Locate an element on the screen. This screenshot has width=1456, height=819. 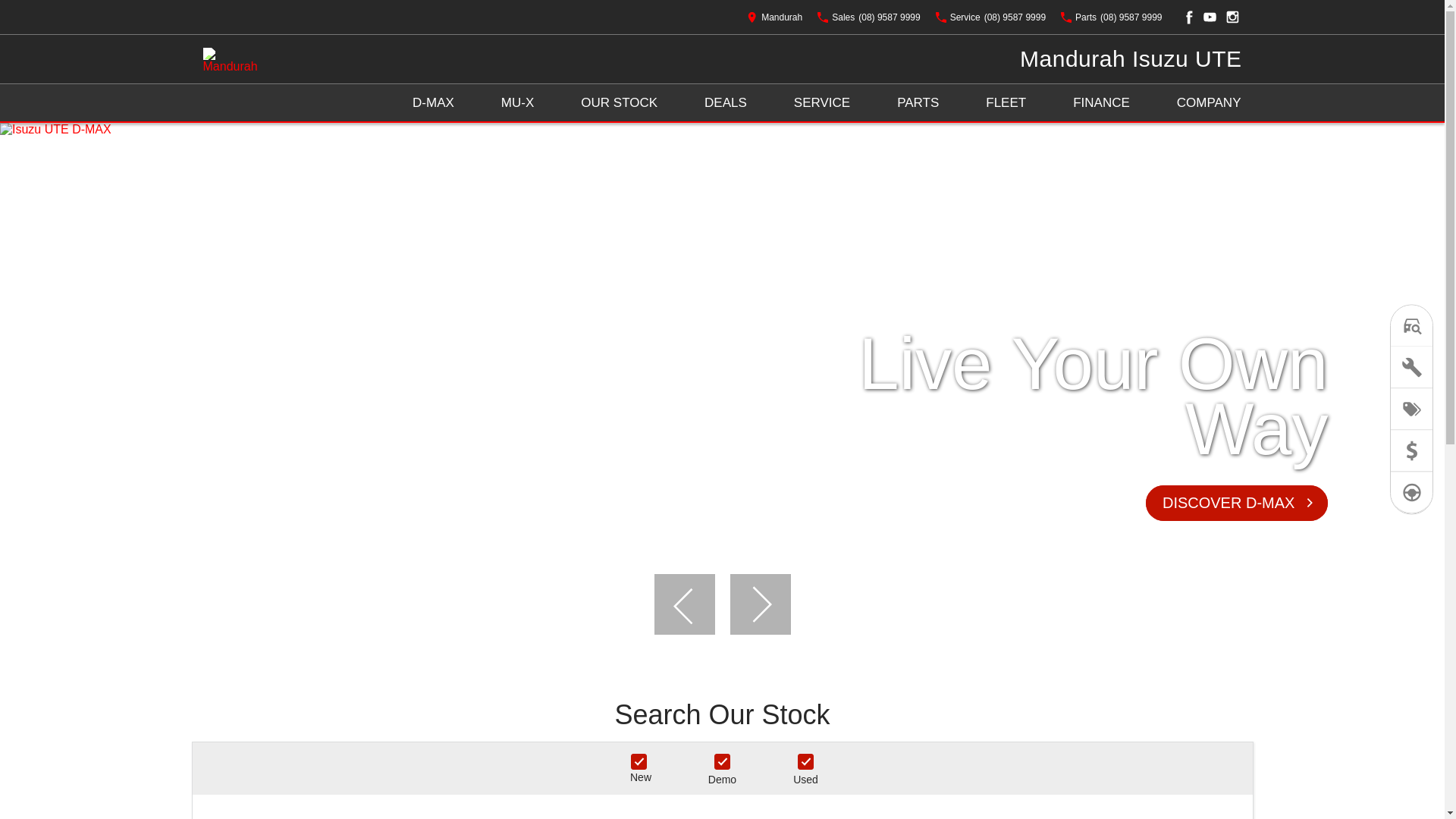
'Mandurah Isuzu UTE' is located at coordinates (1131, 58).